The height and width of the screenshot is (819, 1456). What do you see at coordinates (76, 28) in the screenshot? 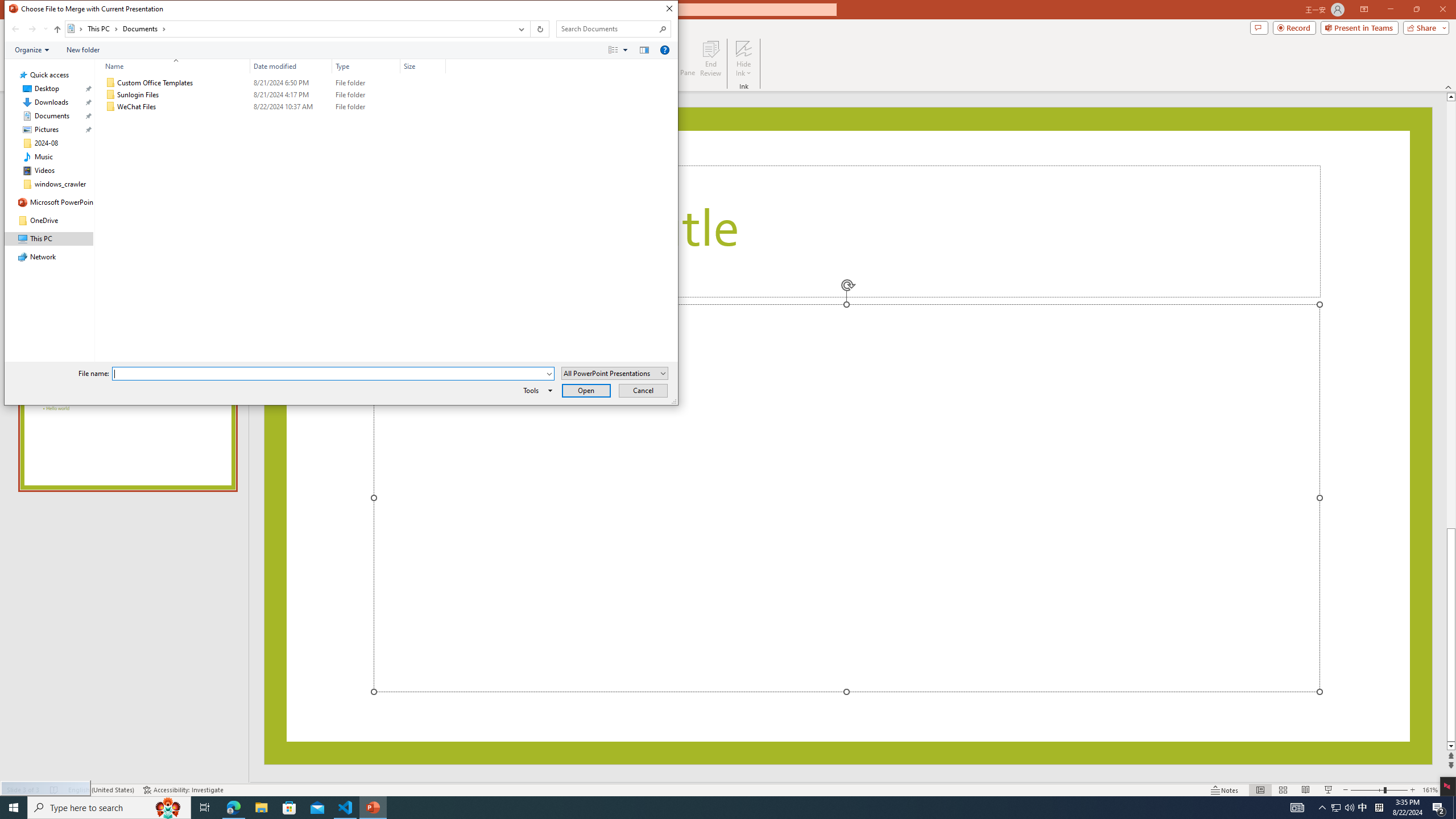
I see `'All locations'` at bounding box center [76, 28].